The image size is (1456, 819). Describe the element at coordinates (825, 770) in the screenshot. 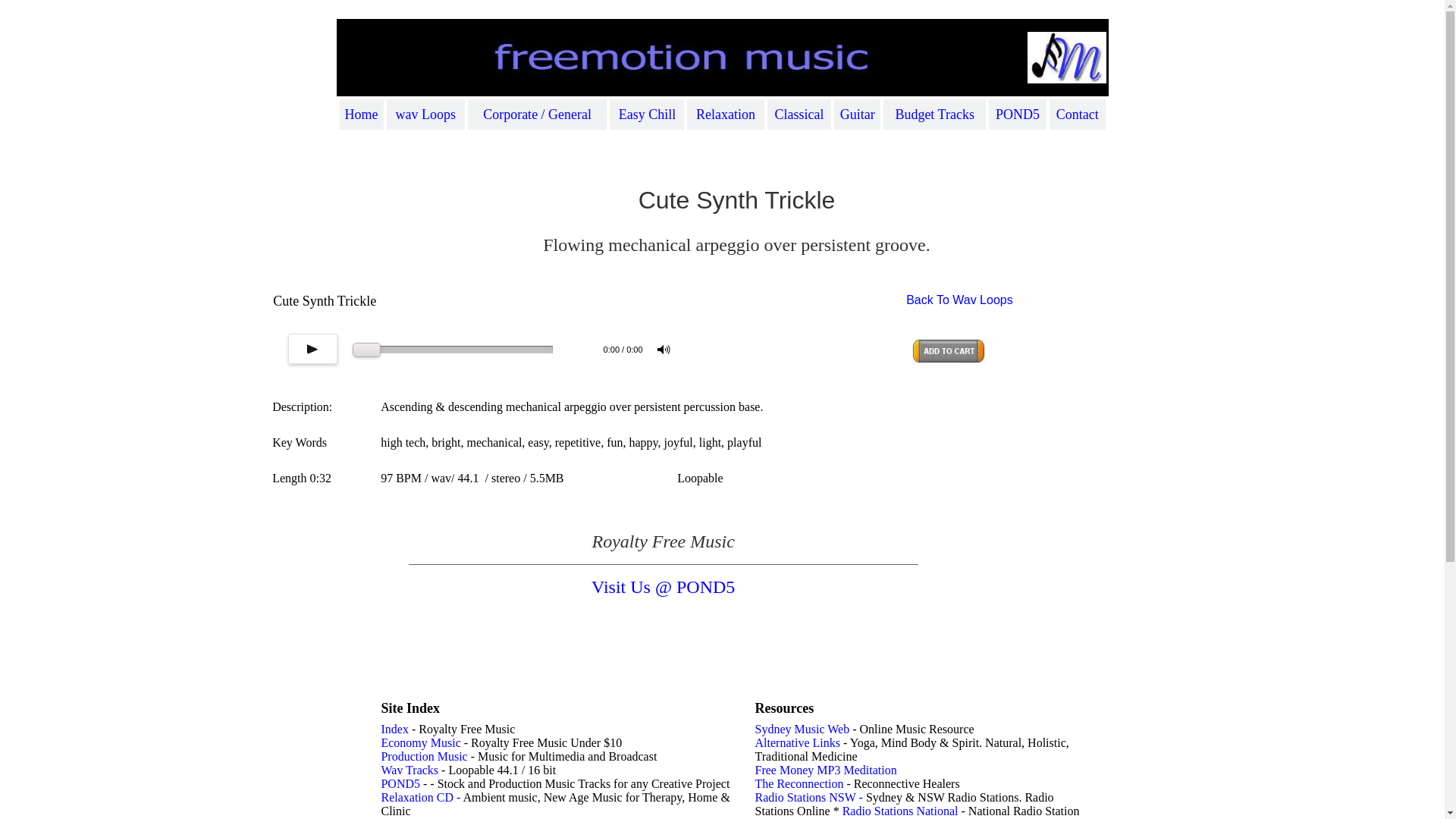

I see `'Free Money MP3 Meditation'` at that location.